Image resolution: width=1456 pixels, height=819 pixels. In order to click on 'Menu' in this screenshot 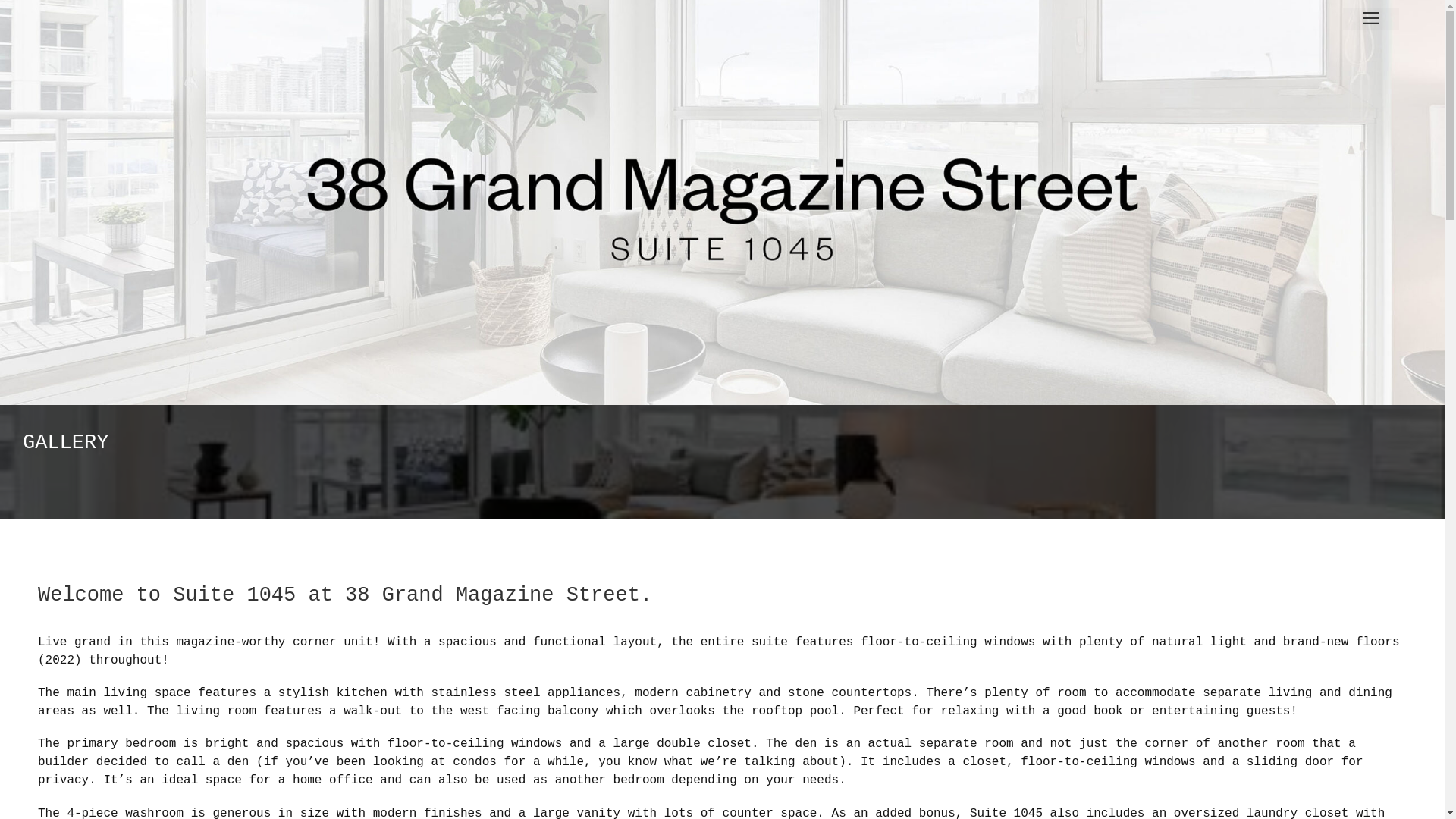, I will do `click(1371, 18)`.